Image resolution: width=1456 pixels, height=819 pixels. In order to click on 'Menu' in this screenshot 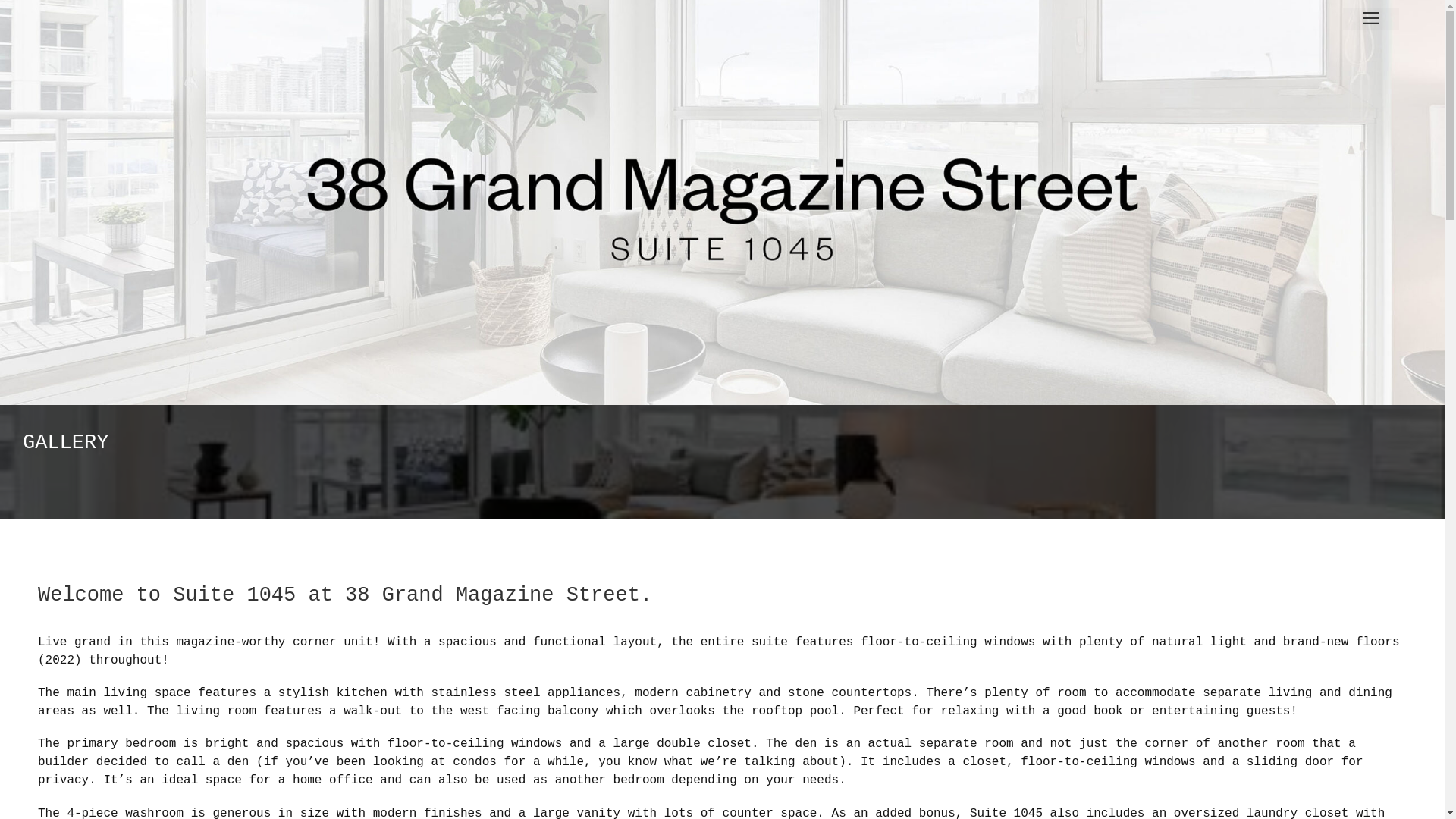, I will do `click(1371, 18)`.